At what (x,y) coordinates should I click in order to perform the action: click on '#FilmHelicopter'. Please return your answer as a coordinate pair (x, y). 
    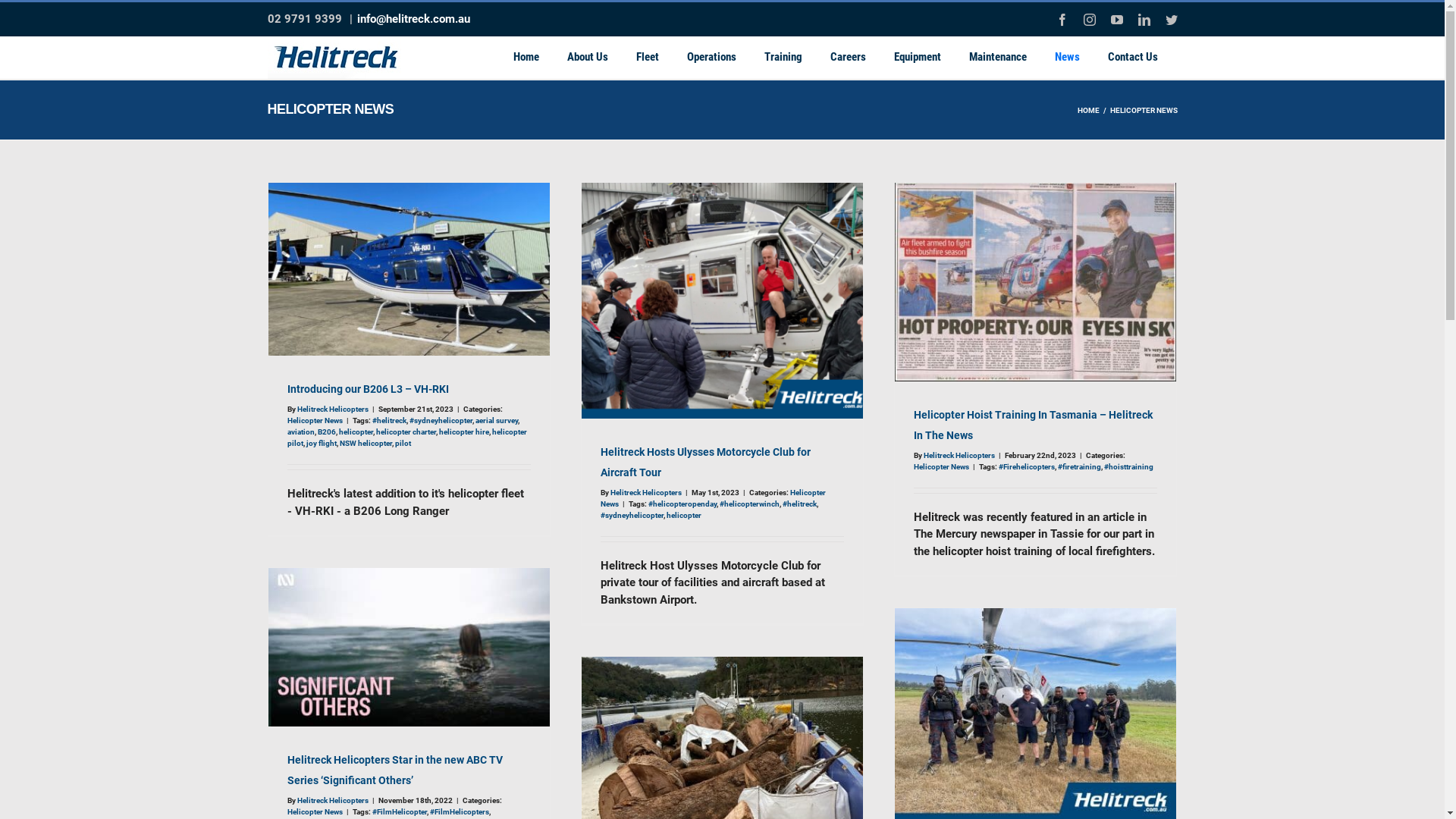
    Looking at the image, I should click on (399, 811).